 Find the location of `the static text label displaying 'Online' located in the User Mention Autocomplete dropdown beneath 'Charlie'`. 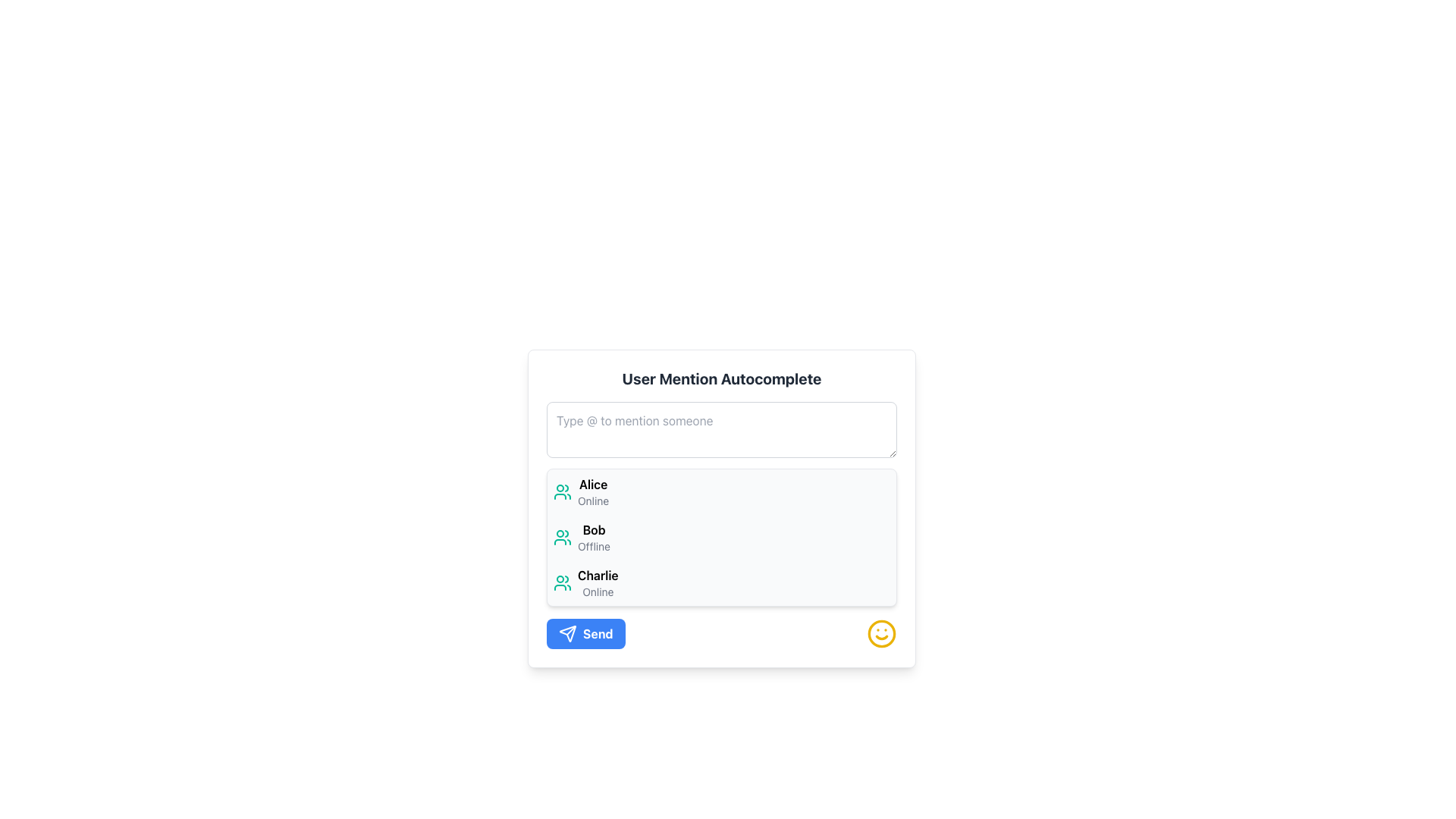

the static text label displaying 'Online' located in the User Mention Autocomplete dropdown beneath 'Charlie' is located at coordinates (597, 591).